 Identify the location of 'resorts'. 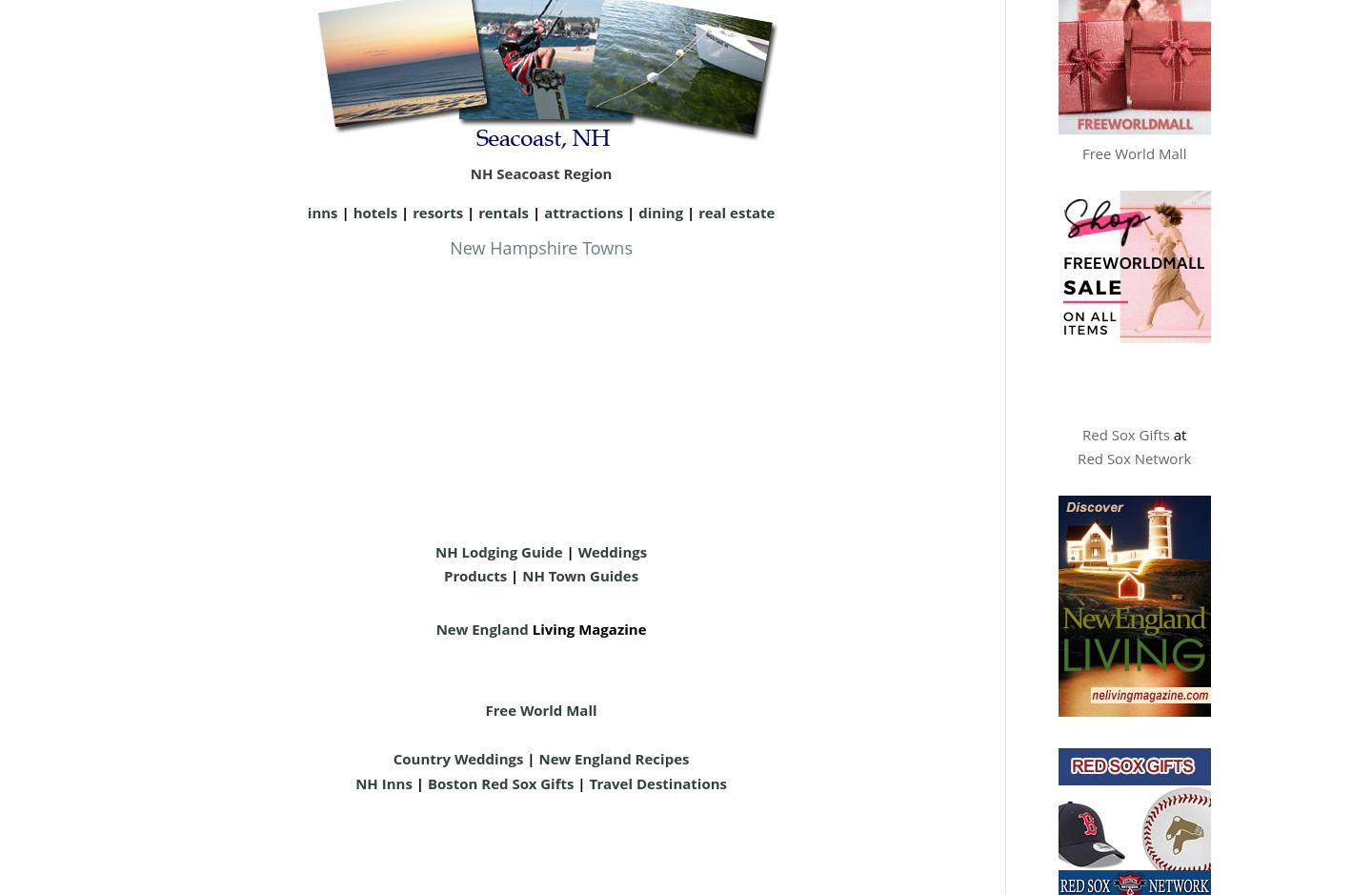
(437, 211).